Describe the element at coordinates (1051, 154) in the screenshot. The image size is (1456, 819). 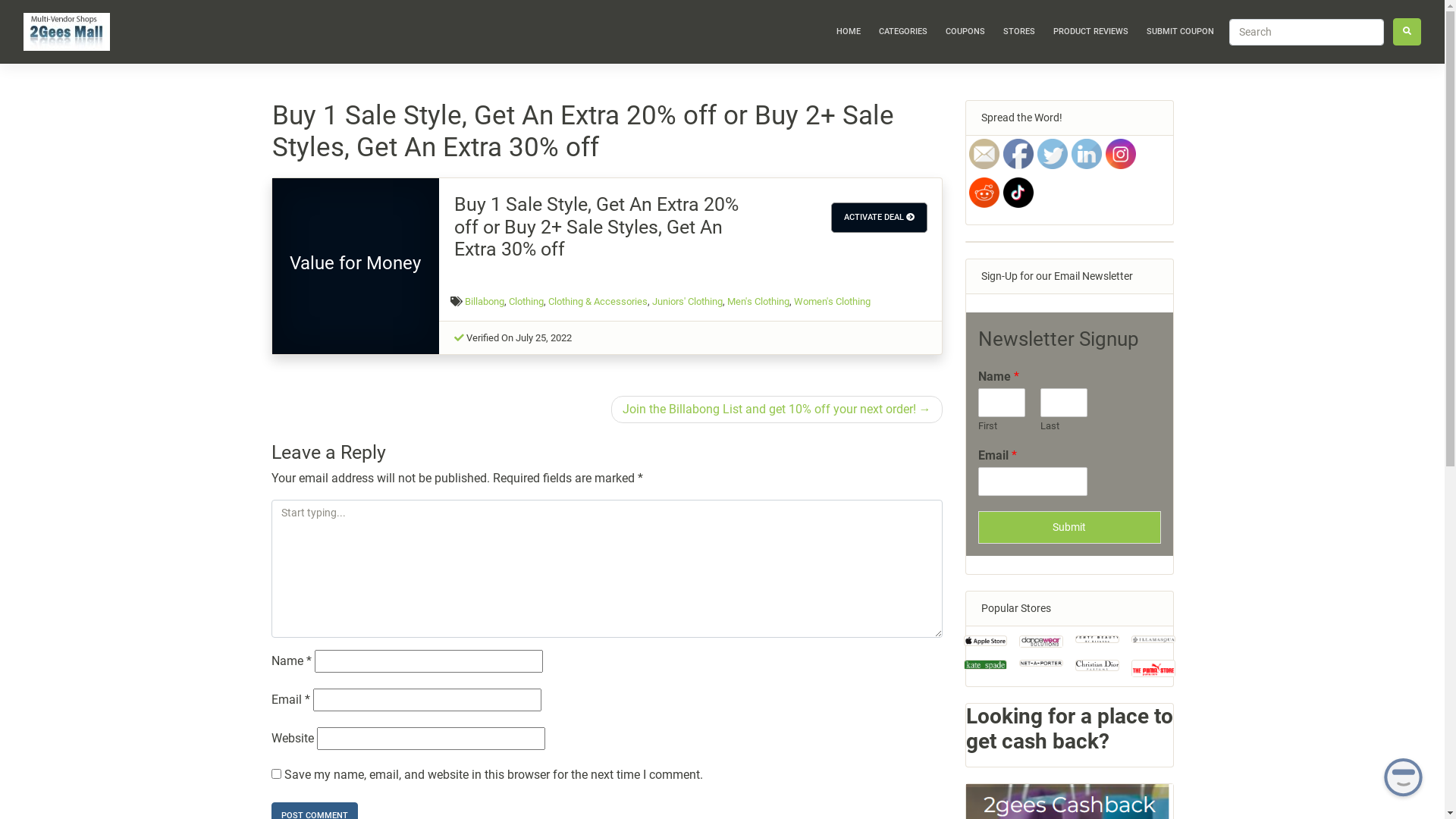
I see `'Twitter'` at that location.